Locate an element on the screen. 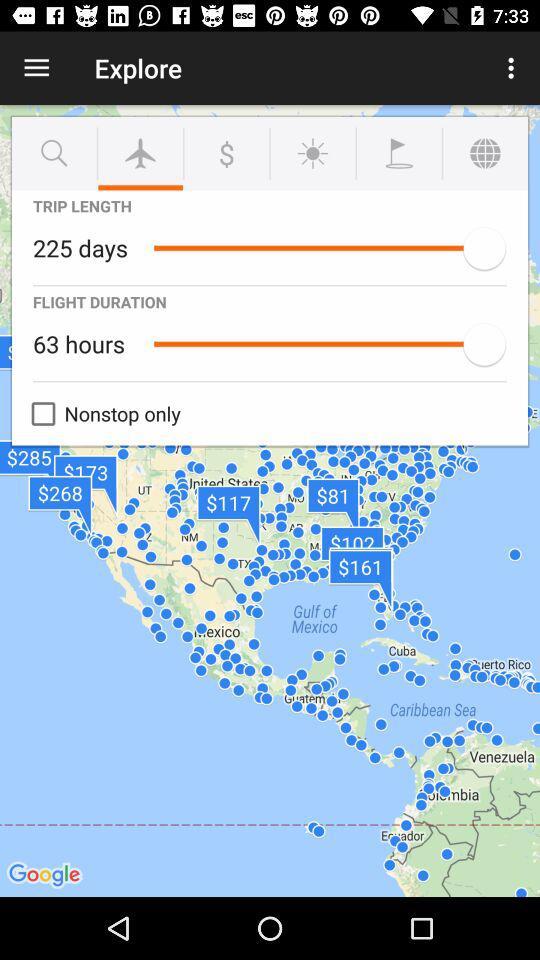  the icon next to the explore item is located at coordinates (513, 68).